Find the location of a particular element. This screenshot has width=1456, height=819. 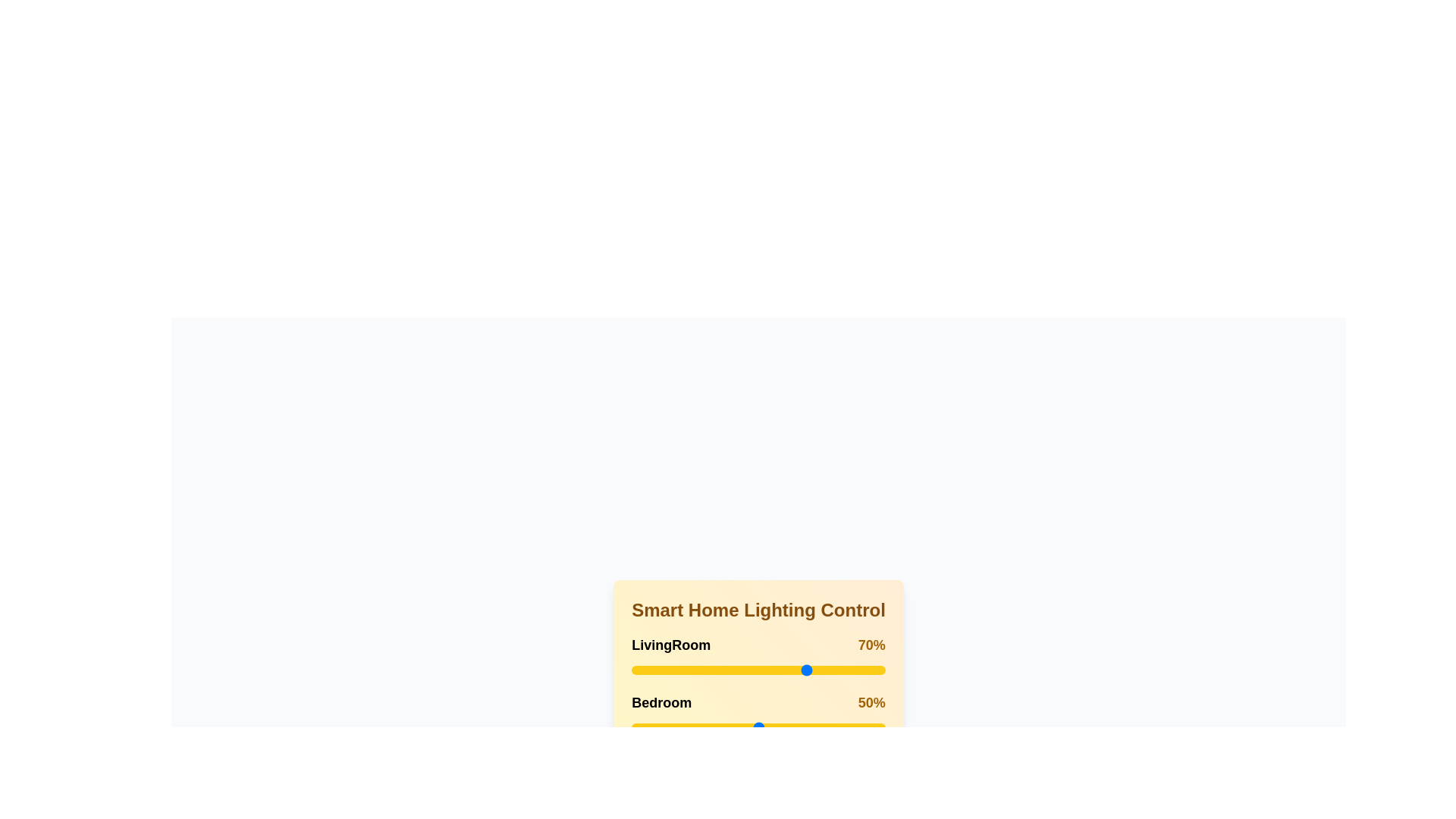

the Living Room lighting level is located at coordinates (783, 669).